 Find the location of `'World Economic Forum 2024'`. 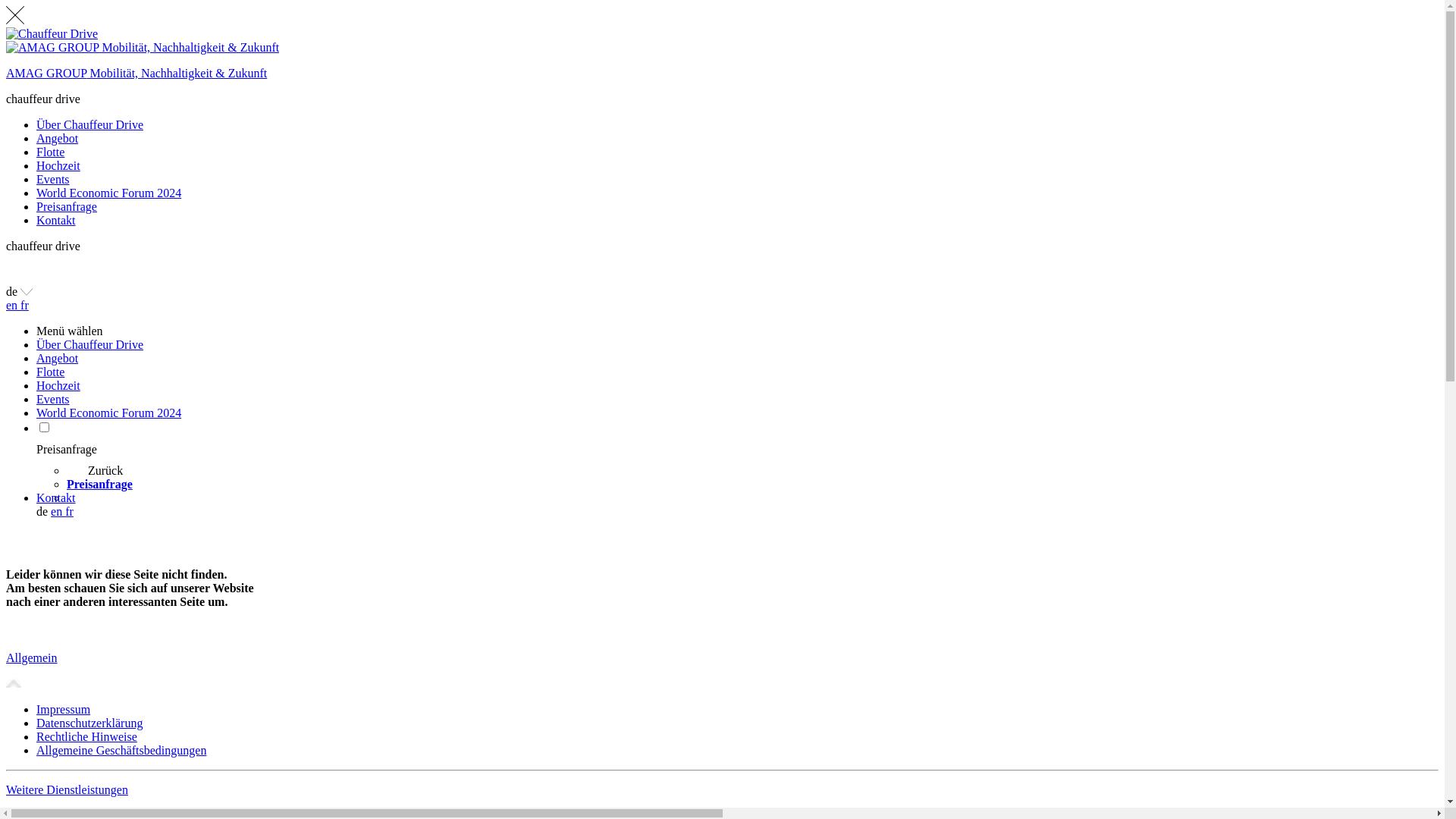

'World Economic Forum 2024' is located at coordinates (108, 192).